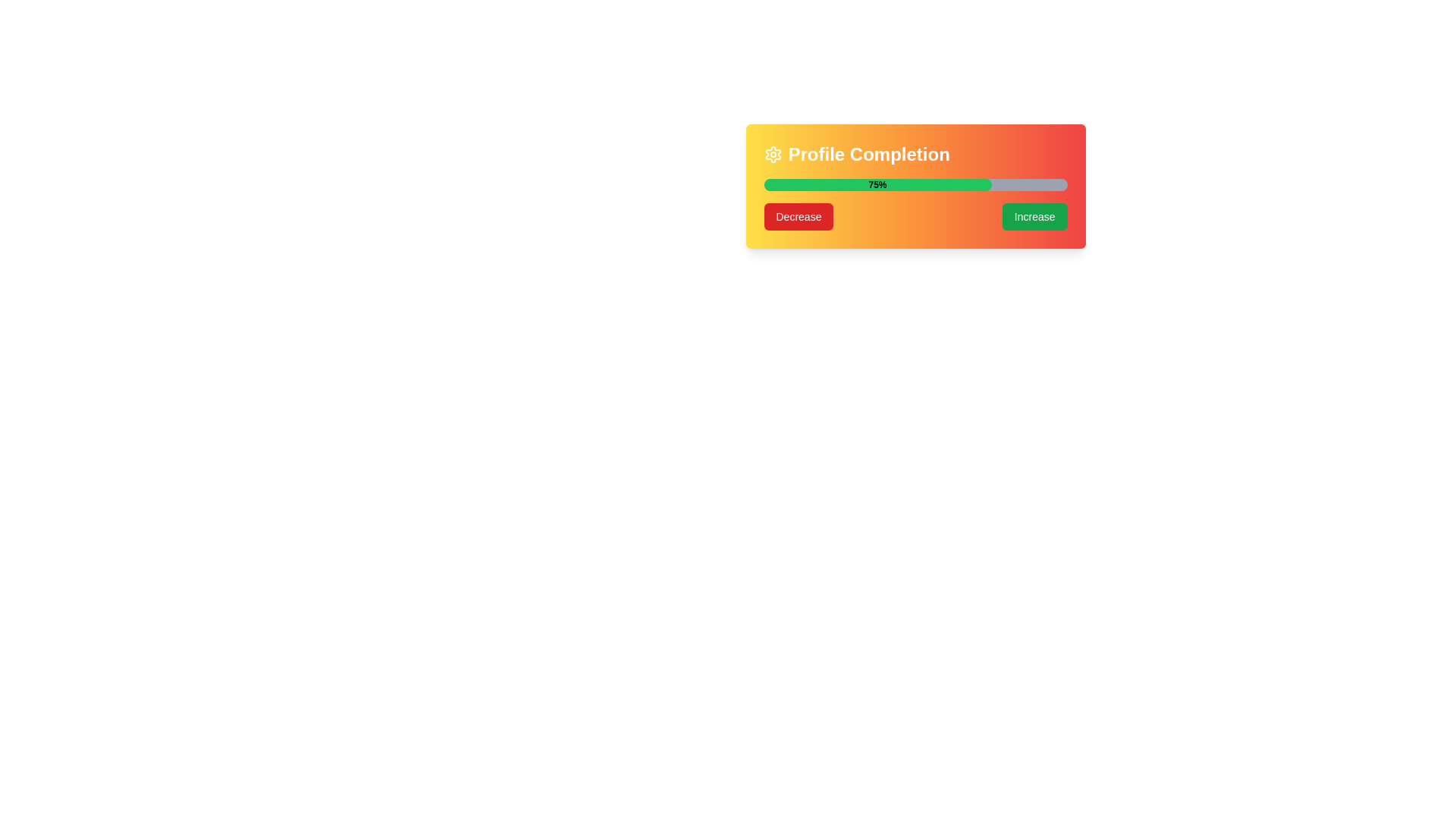 The image size is (1456, 819). Describe the element at coordinates (915, 155) in the screenshot. I see `the 'Profile Completion' text label with gear icon` at that location.